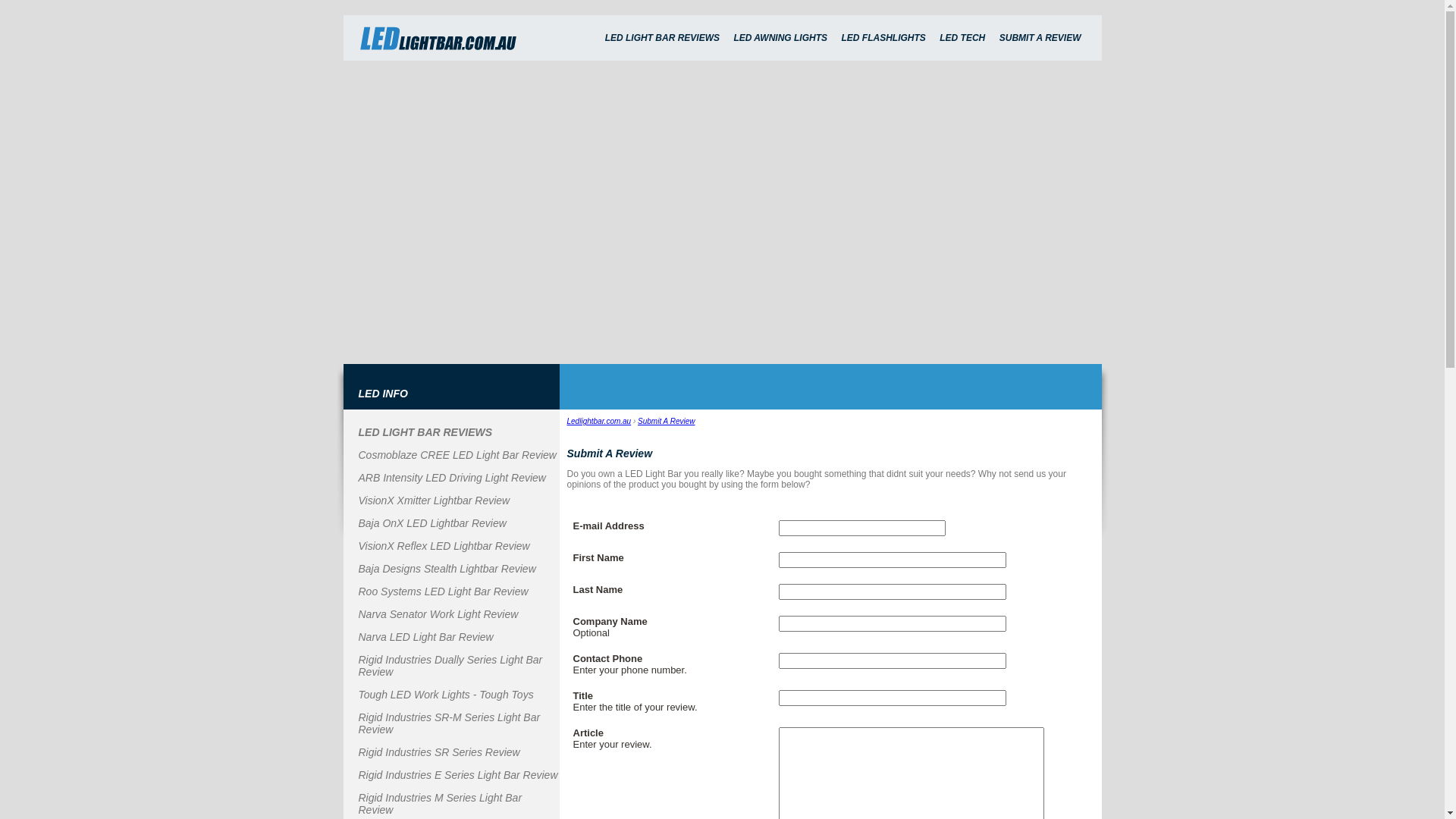  What do you see at coordinates (456, 454) in the screenshot?
I see `'Cosmoblaze CREE LED Light Bar Review'` at bounding box center [456, 454].